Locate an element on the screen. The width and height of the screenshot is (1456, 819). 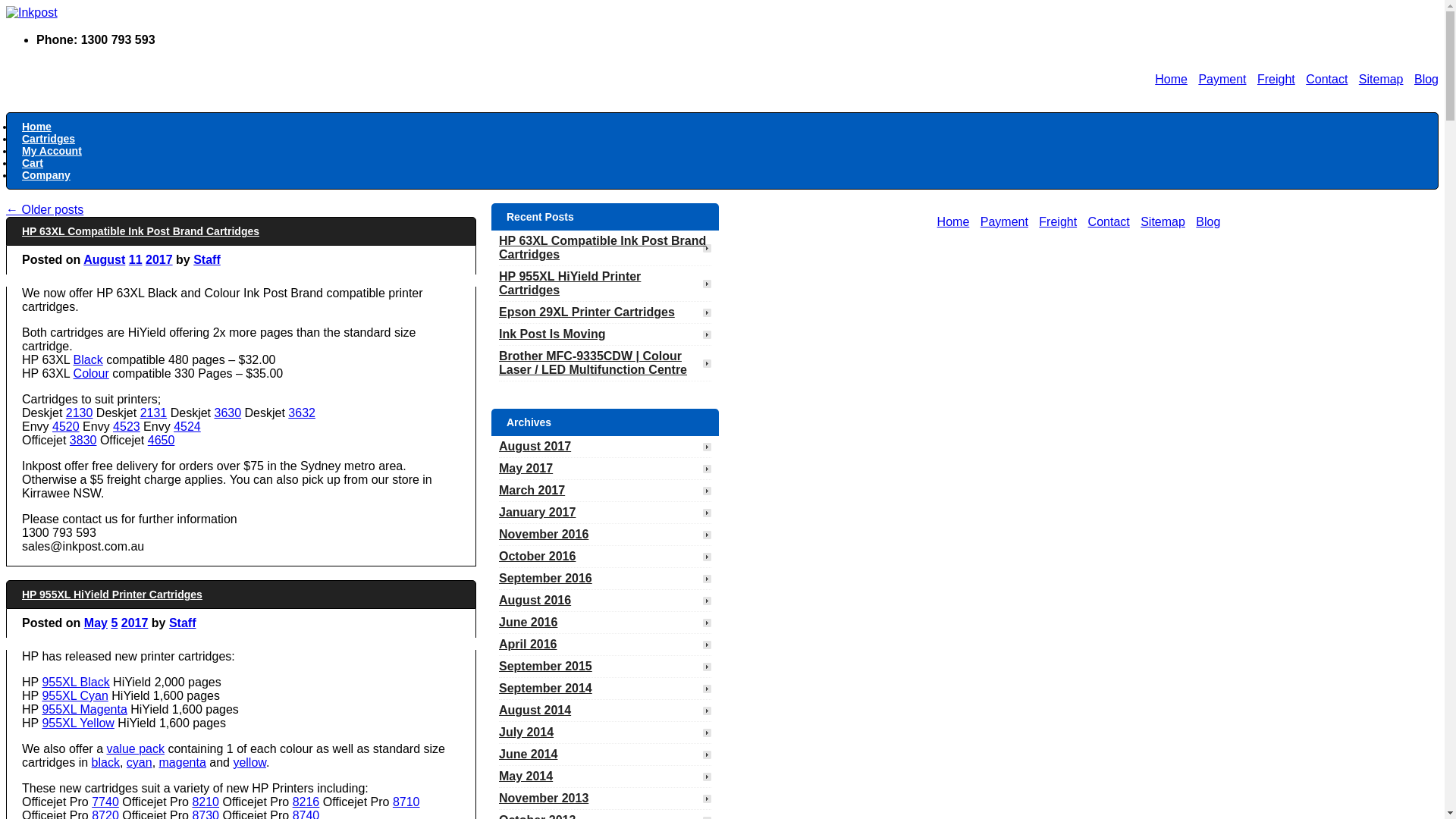
'955XL Cyan' is located at coordinates (74, 695).